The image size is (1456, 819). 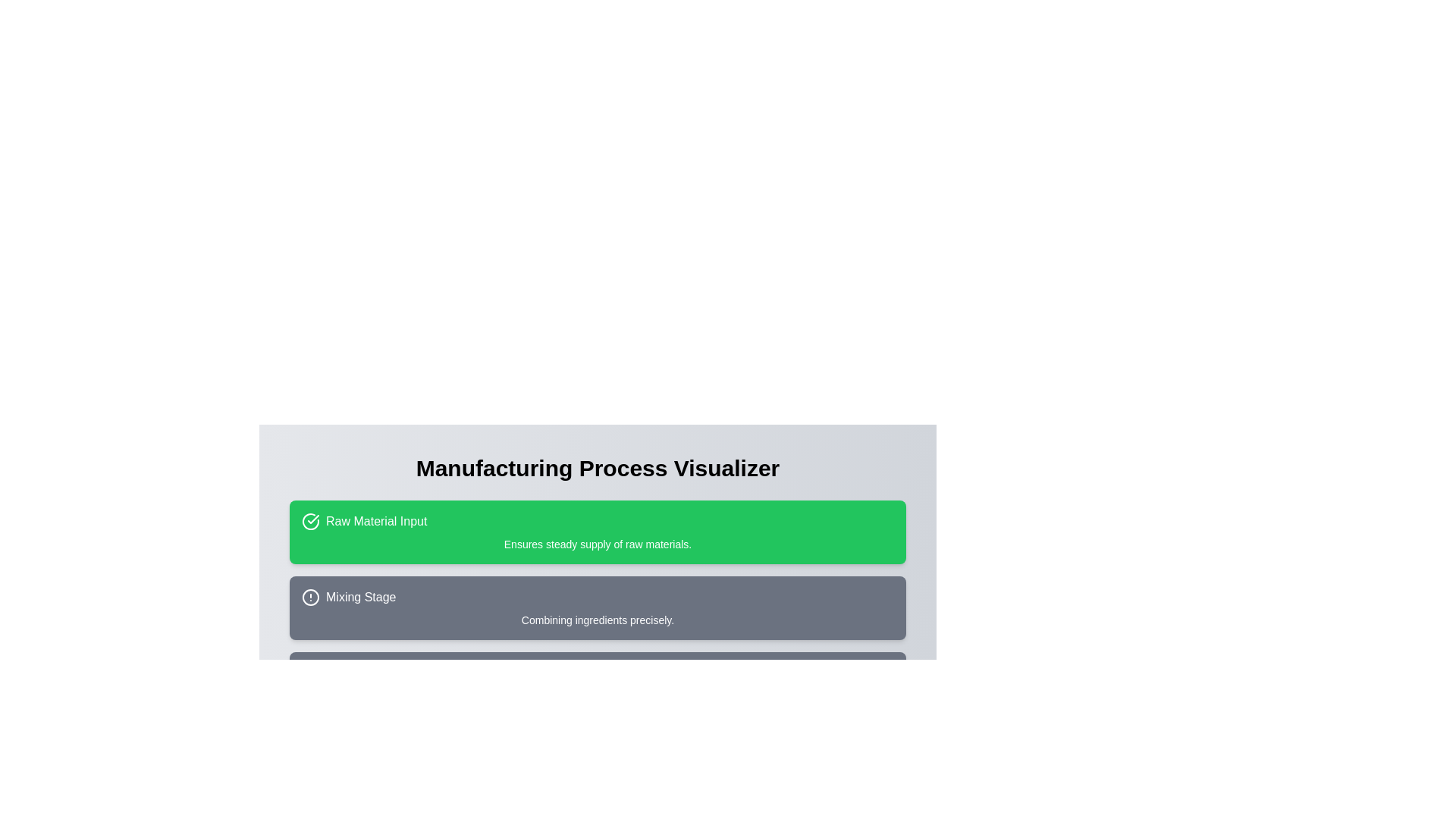 What do you see at coordinates (597, 467) in the screenshot?
I see `header text element titled 'Manufacturing Process Visualizer', which is positioned above the informational cards on the page` at bounding box center [597, 467].